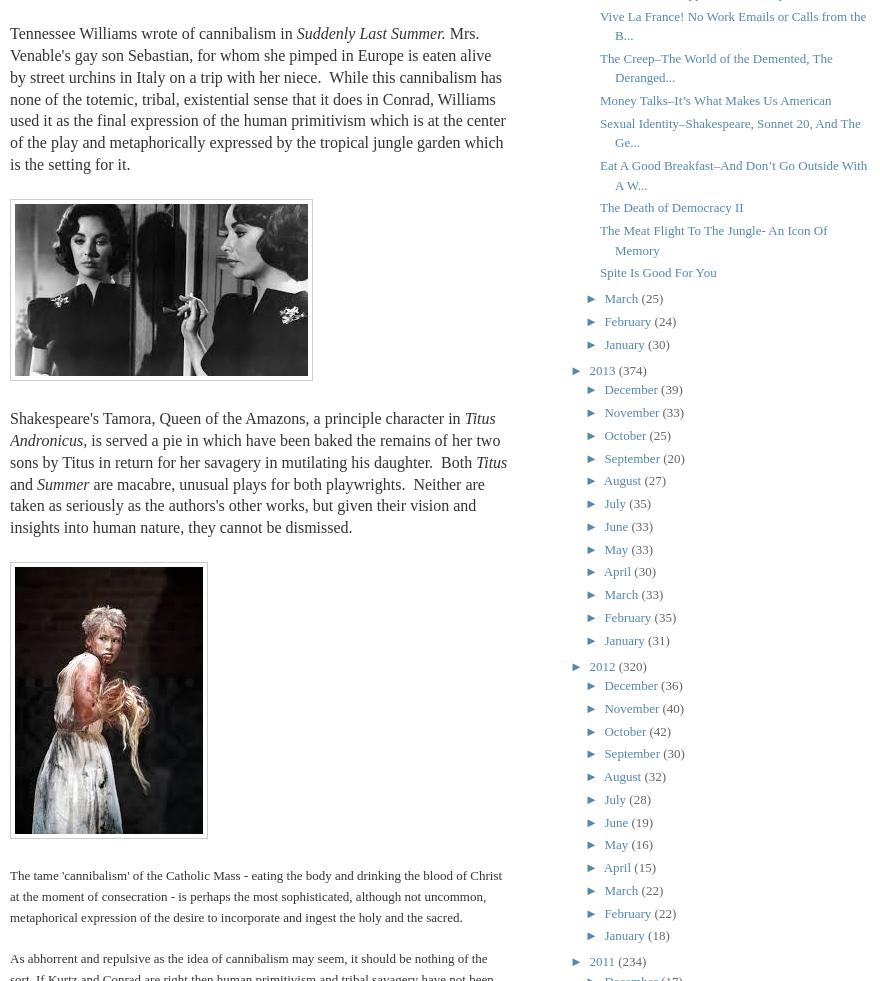 Image resolution: width=880 pixels, height=981 pixels. Describe the element at coordinates (246, 505) in the screenshot. I see `'are macabre, unusual plays for both playwrights.  Neither are taken as seriously as the authors's other works, but given their vision and insights into human nature, they cannot be dismissed.'` at that location.